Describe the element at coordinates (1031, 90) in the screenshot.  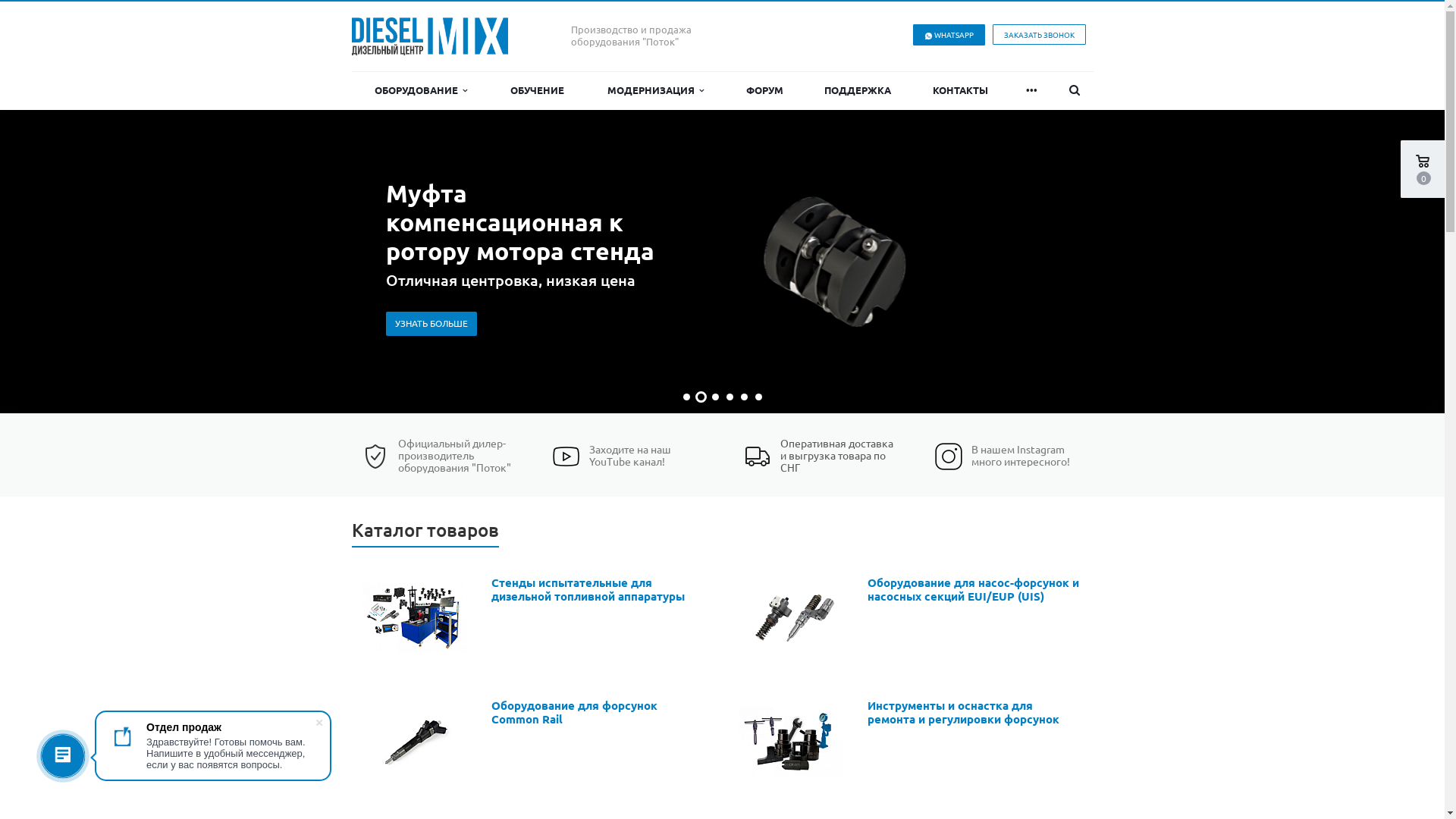
I see `'...'` at that location.